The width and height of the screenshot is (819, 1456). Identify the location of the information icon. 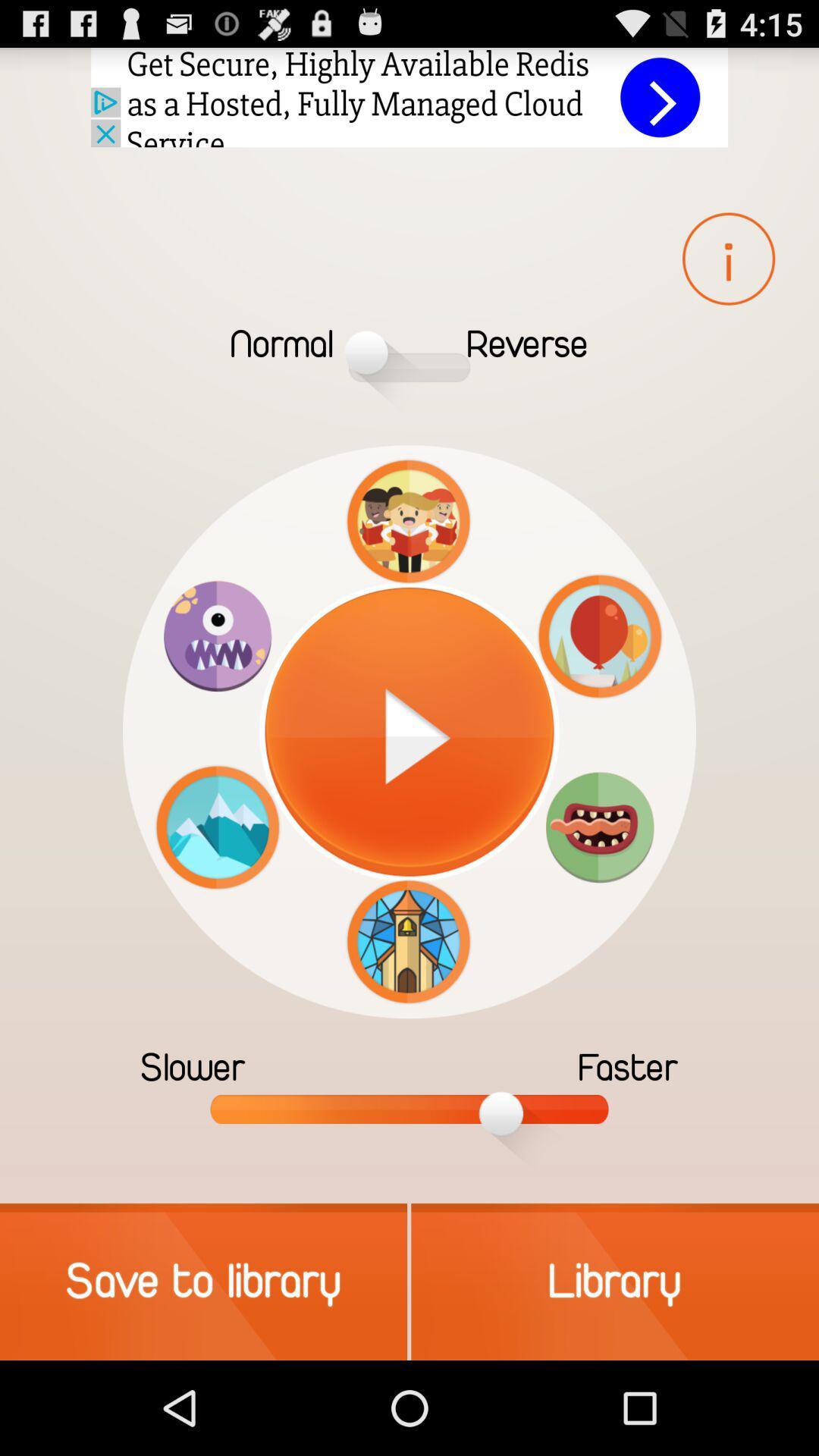
(727, 259).